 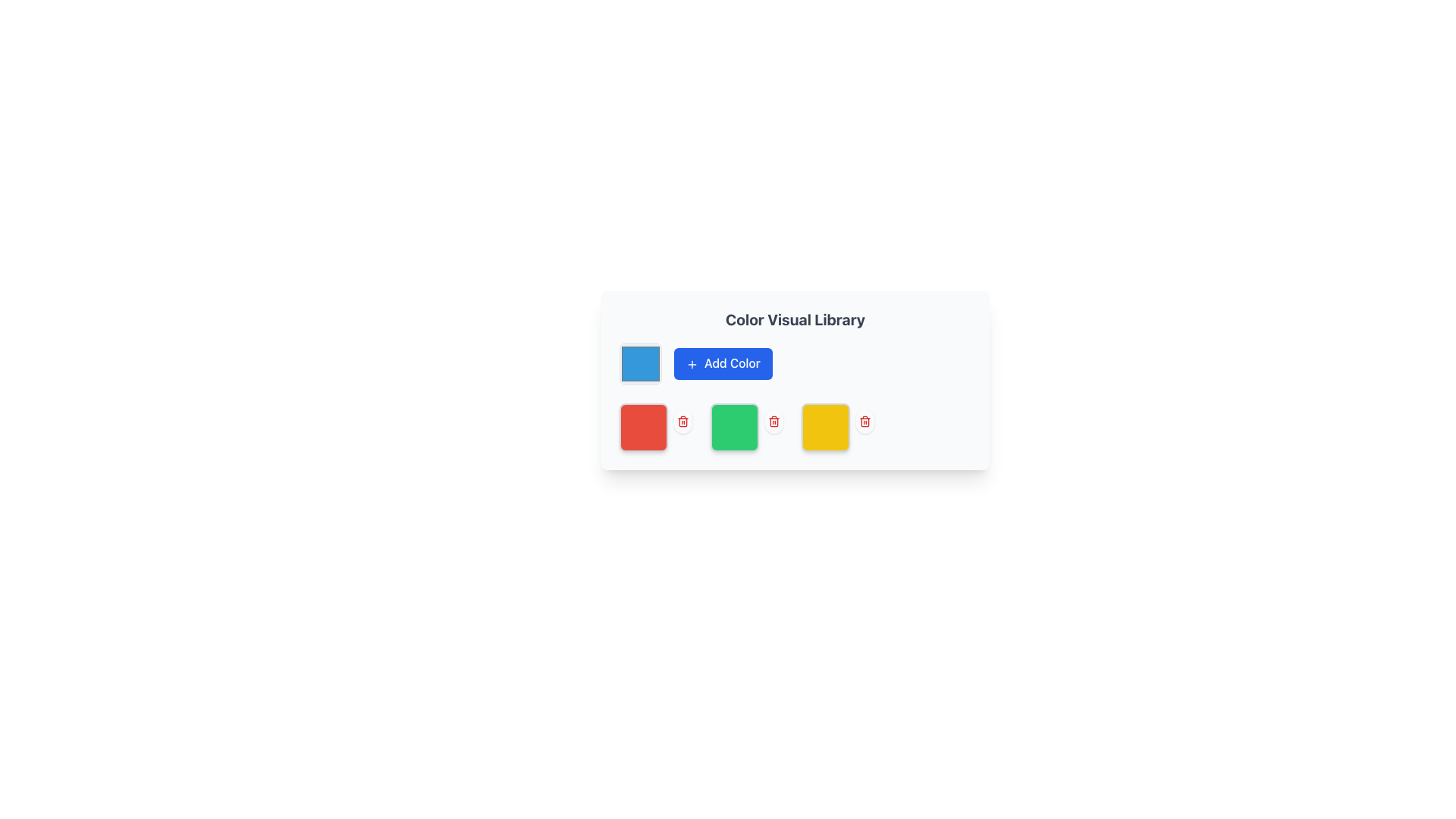 What do you see at coordinates (658, 427) in the screenshot?
I see `the red square with rounded corners located in the second column of the first row in a grid layout` at bounding box center [658, 427].